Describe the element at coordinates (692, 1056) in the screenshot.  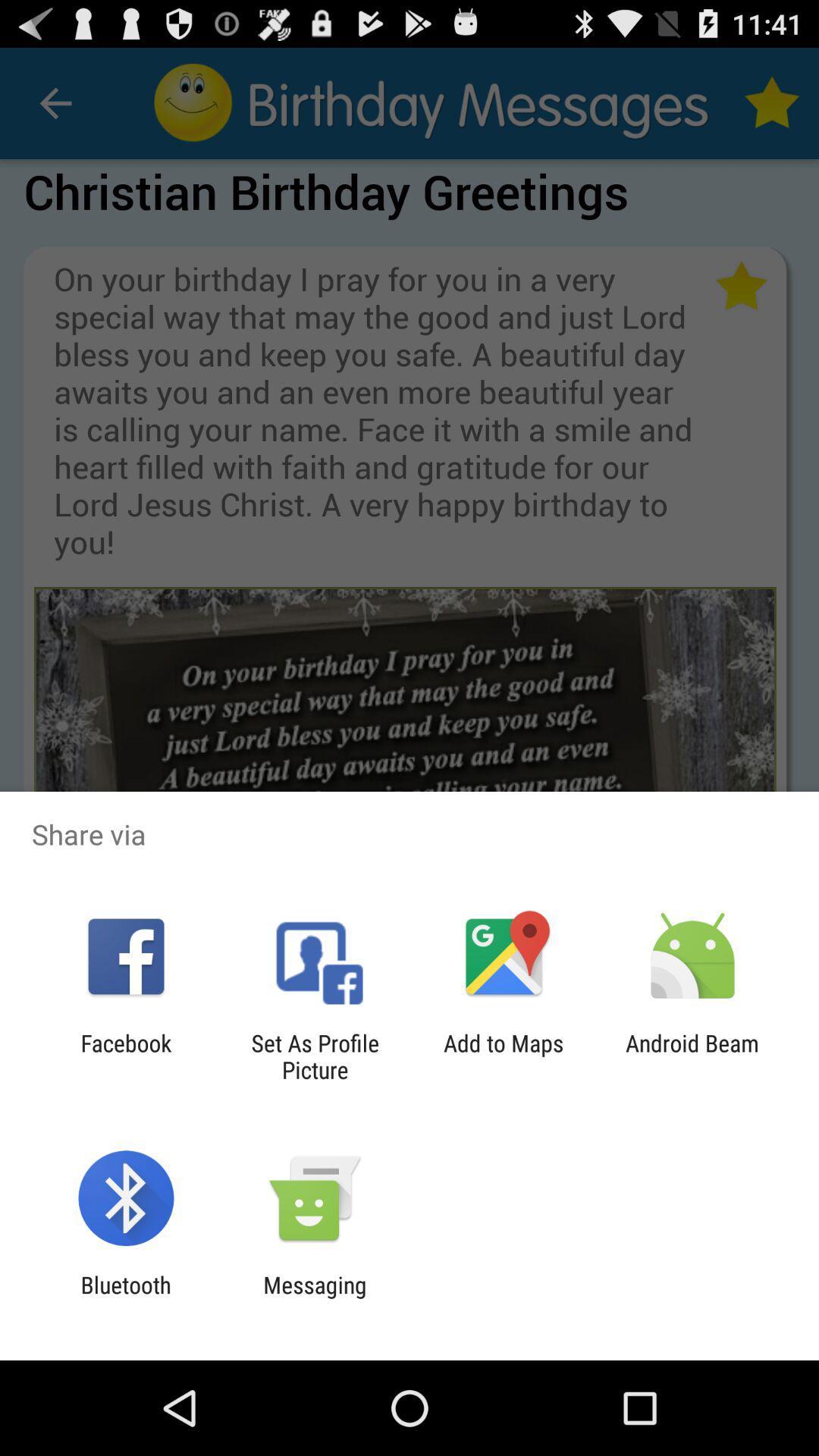
I see `the android beam item` at that location.